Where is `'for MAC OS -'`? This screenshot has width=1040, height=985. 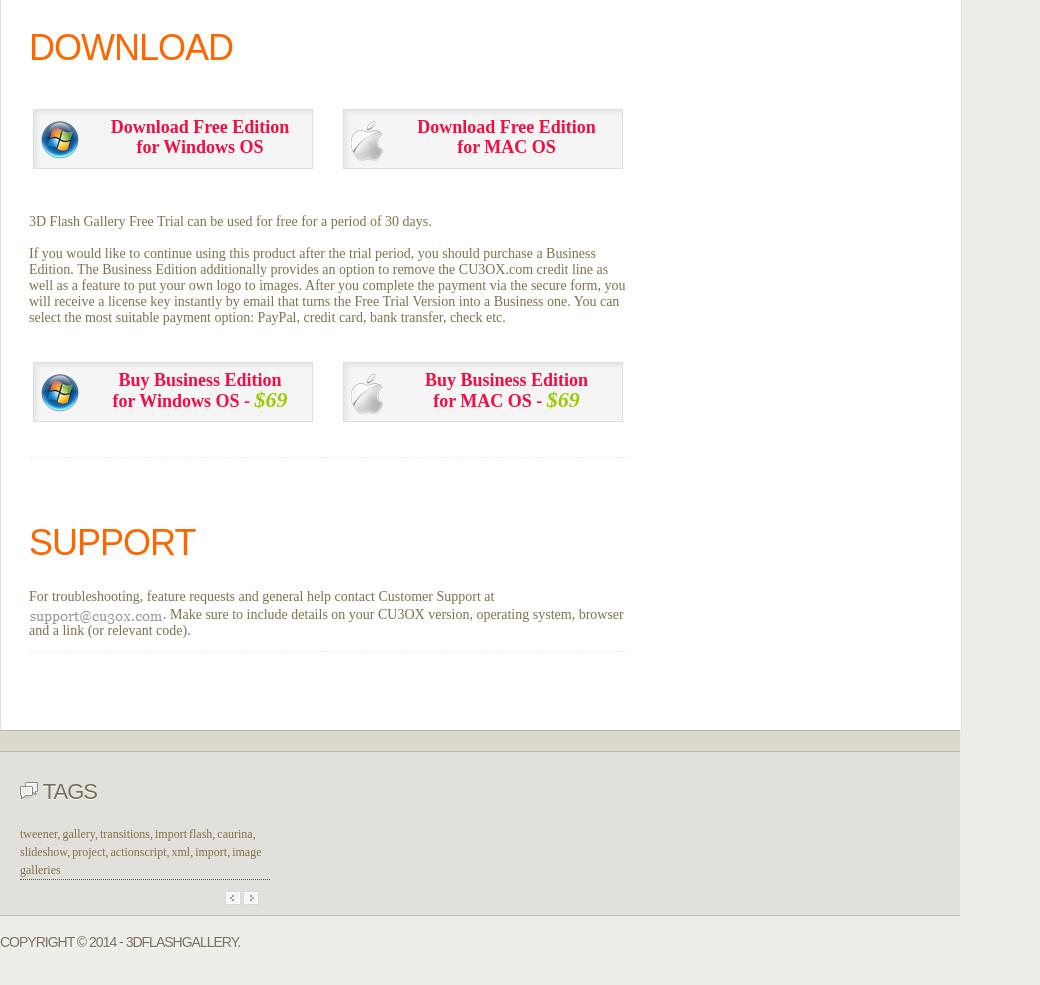 'for MAC OS -' is located at coordinates (489, 399).